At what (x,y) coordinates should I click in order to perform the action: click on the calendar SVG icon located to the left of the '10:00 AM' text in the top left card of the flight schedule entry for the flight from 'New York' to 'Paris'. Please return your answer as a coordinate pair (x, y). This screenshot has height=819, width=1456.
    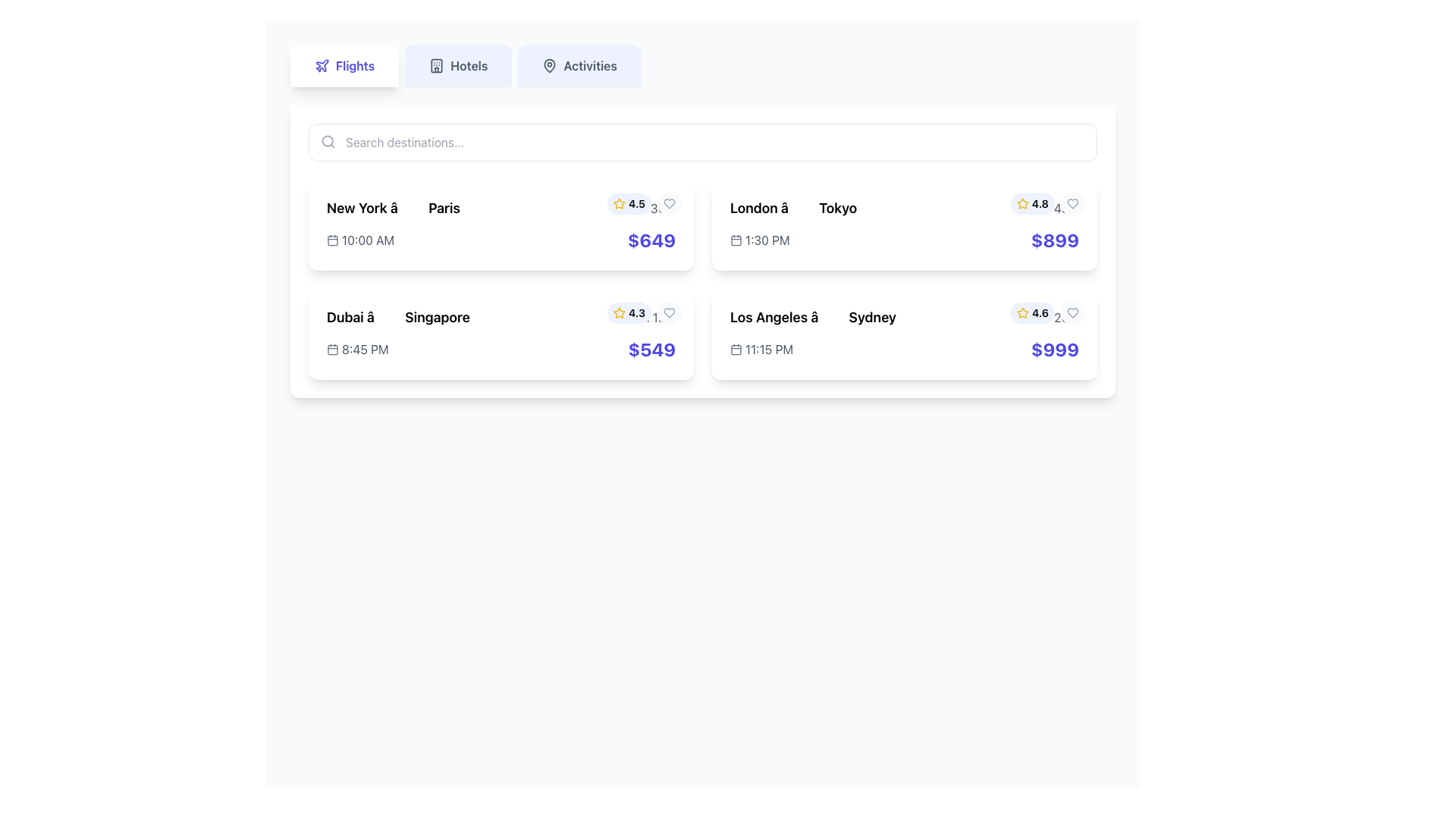
    Looking at the image, I should click on (331, 239).